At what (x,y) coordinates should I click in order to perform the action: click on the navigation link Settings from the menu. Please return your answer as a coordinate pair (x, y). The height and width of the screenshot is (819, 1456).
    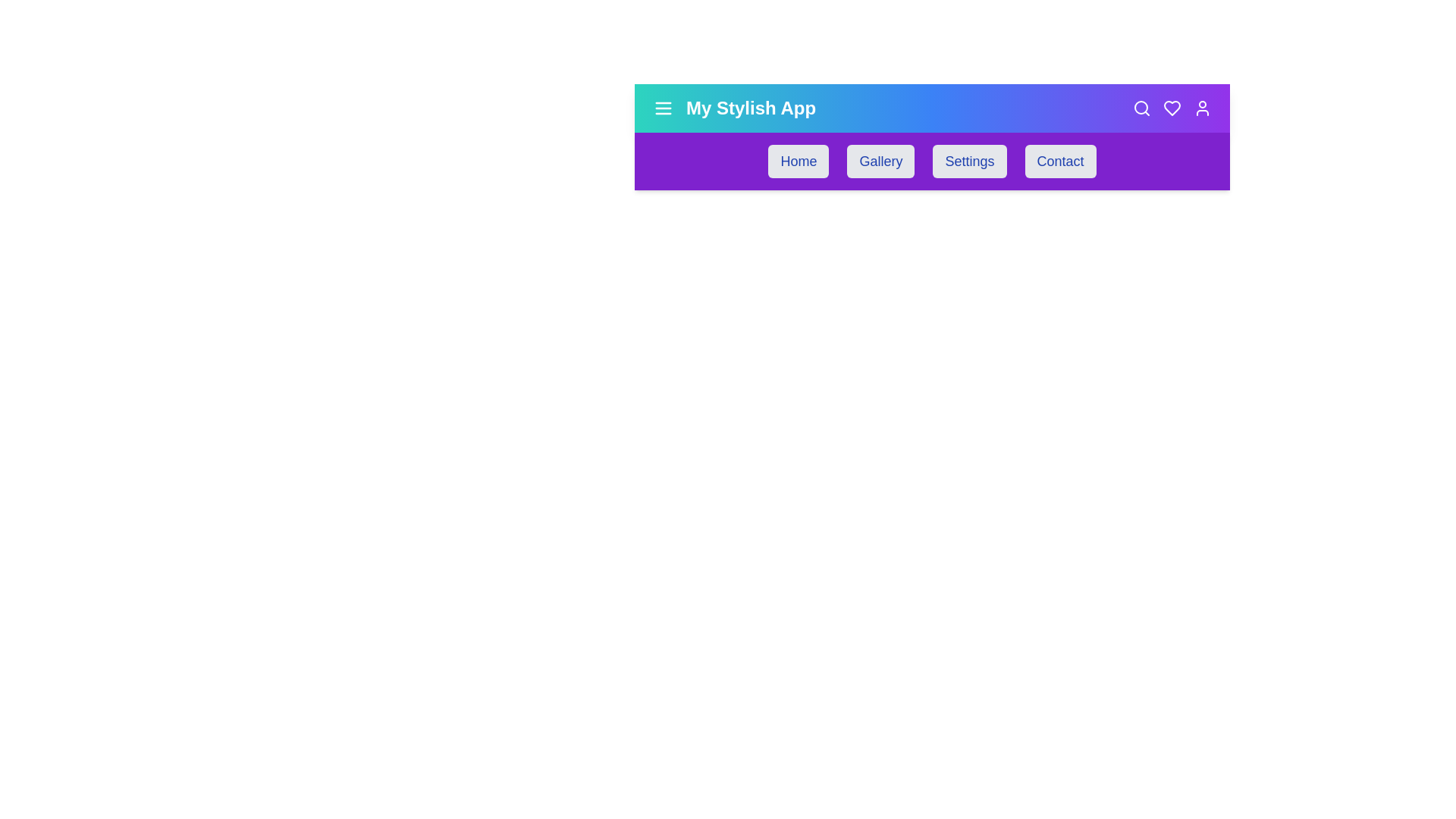
    Looking at the image, I should click on (968, 161).